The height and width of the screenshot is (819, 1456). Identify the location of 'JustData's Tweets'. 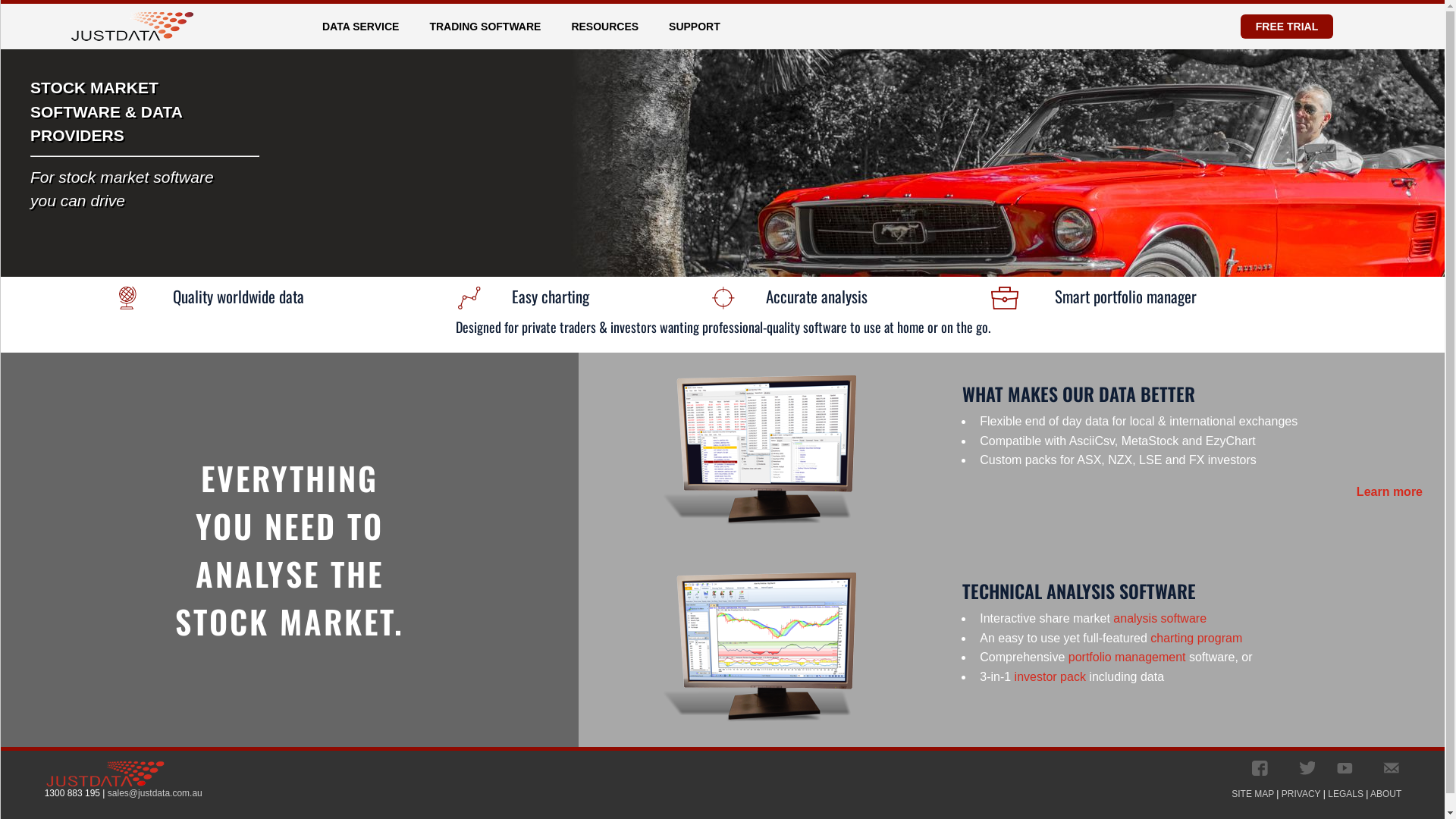
(1306, 768).